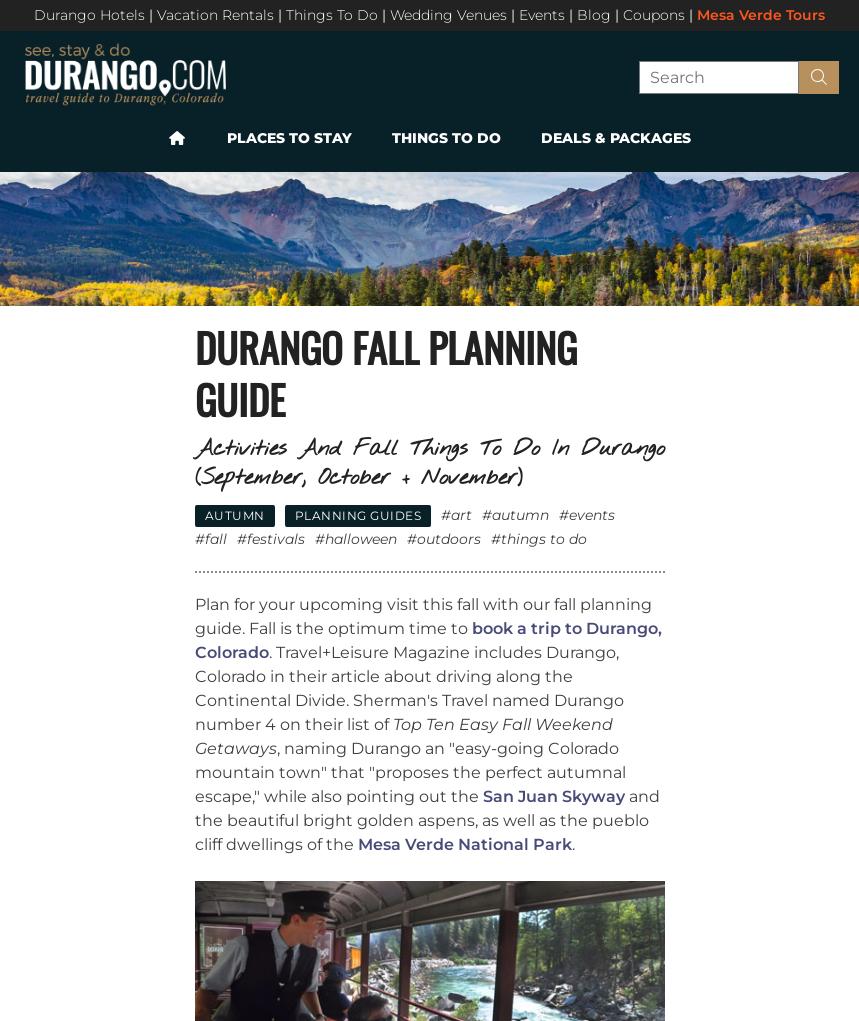 The height and width of the screenshot is (1021, 859). I want to click on '#fall', so click(210, 537).